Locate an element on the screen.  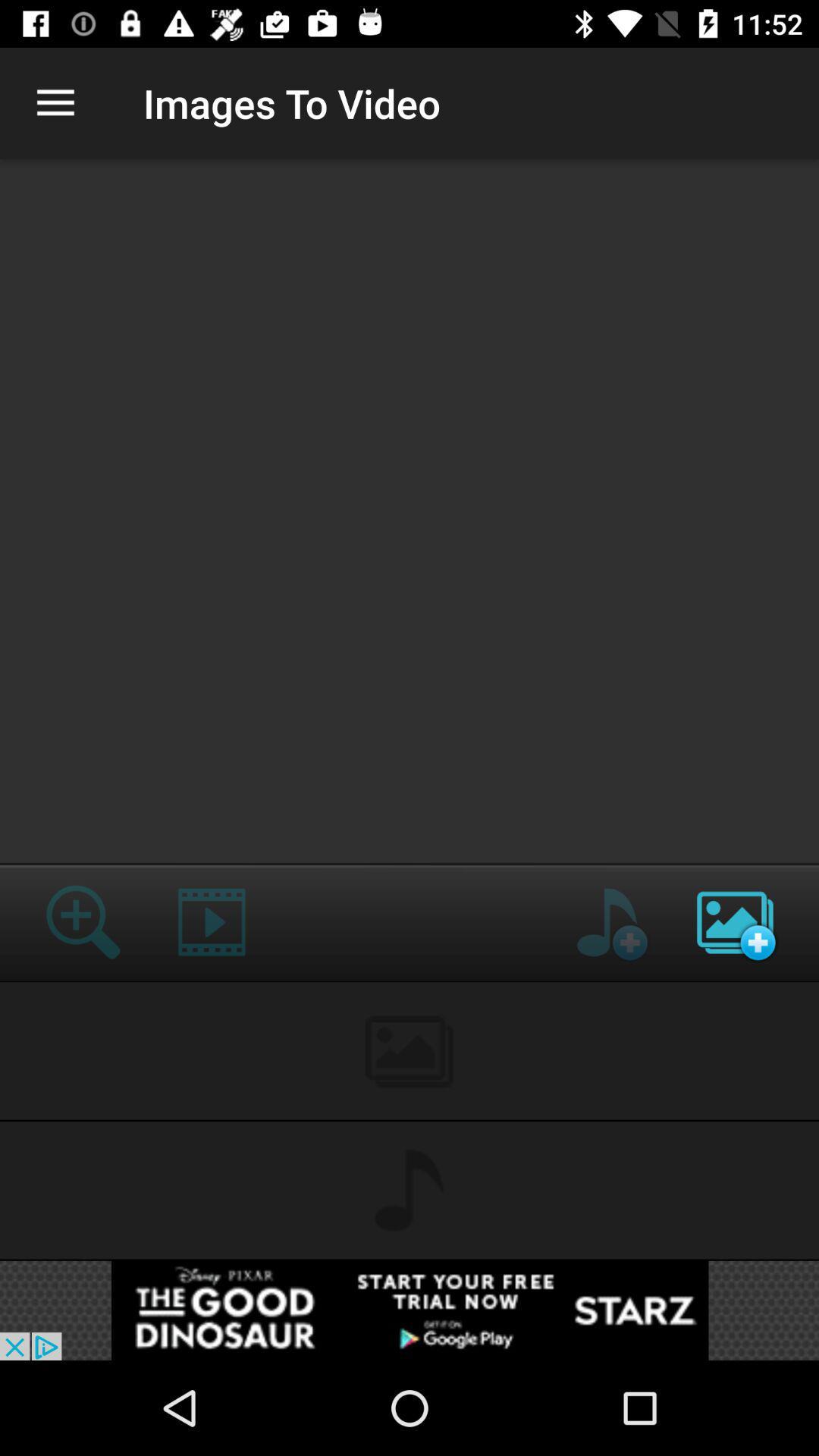
the play icon is located at coordinates (212, 921).